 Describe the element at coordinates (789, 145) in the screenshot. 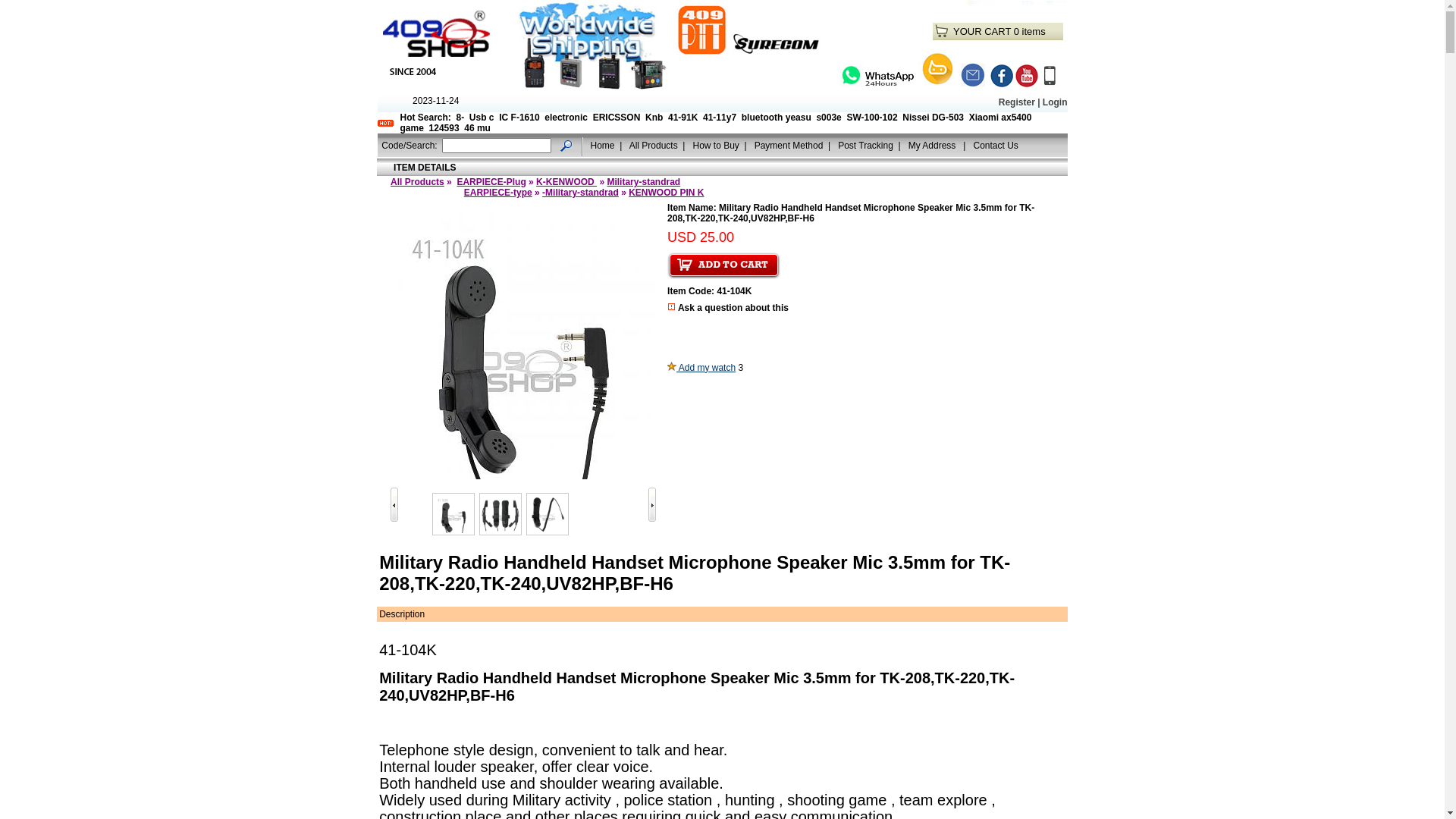

I see `'Payment Method'` at that location.